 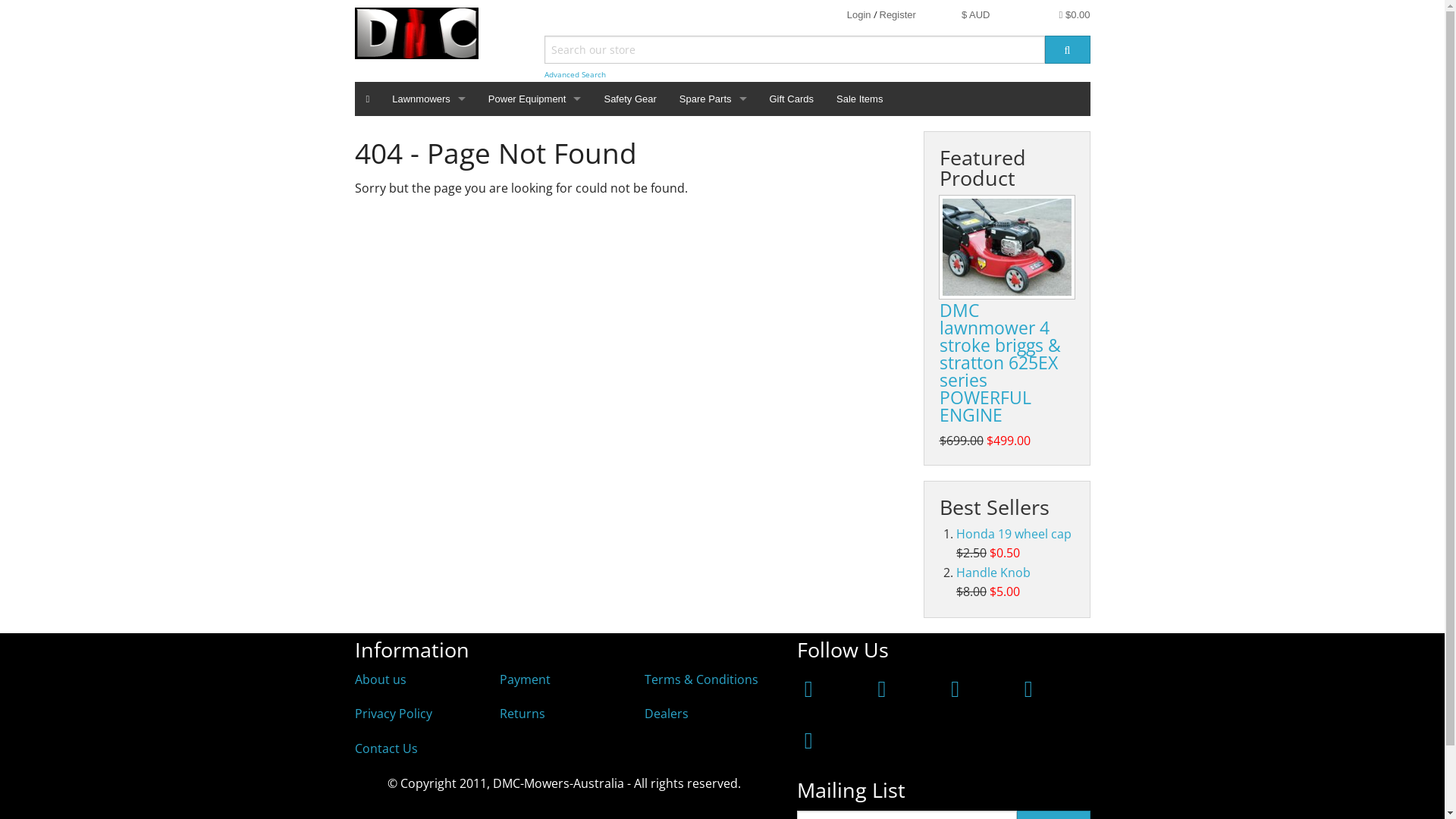 I want to click on 'Dealers', so click(x=666, y=714).